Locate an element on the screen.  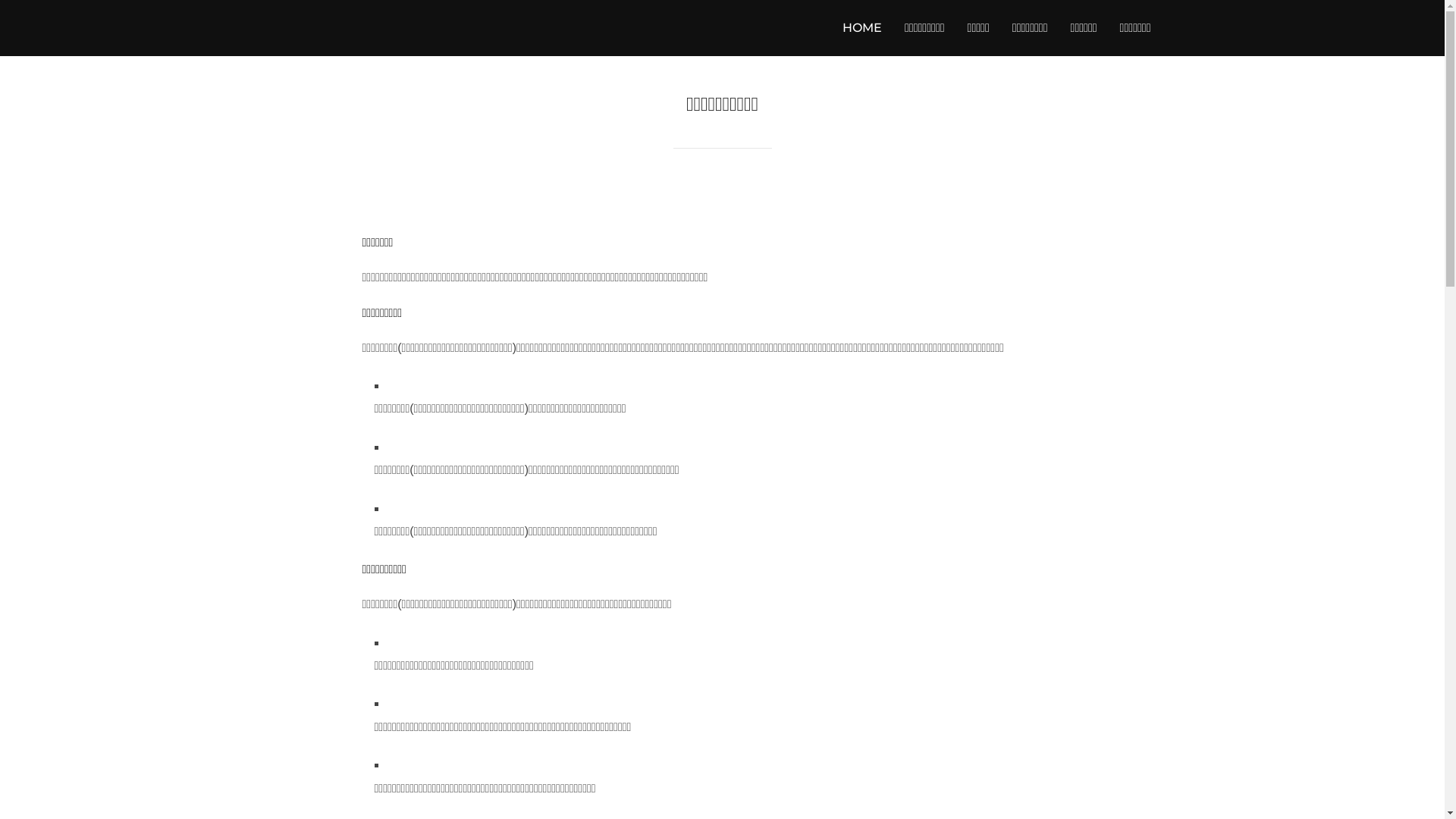
'HOME' is located at coordinates (841, 28).